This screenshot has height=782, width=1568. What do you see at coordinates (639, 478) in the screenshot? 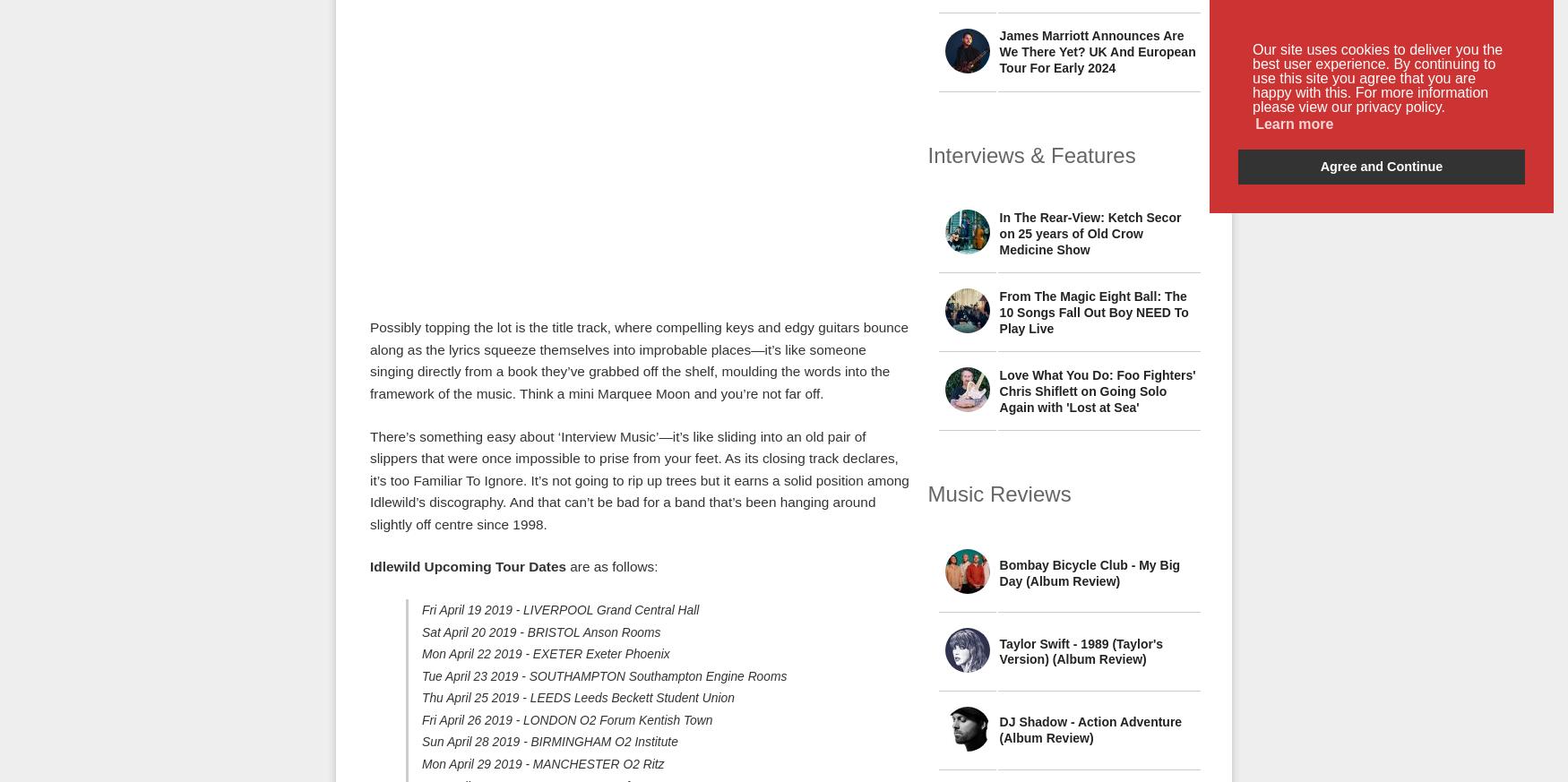
I see `'There’s something easy about ‘Interview Music’—it’s like sliding into an old pair of slippers that were once impossible to prise from your feet. As its closing track declares, it’s too Familiar To Ignore. It’s not going to rip up trees but it earns a solid position among Idlewild’s discography. And that can’t be bad for a band that’s been hanging around slightly off centre since 1998.'` at bounding box center [639, 478].